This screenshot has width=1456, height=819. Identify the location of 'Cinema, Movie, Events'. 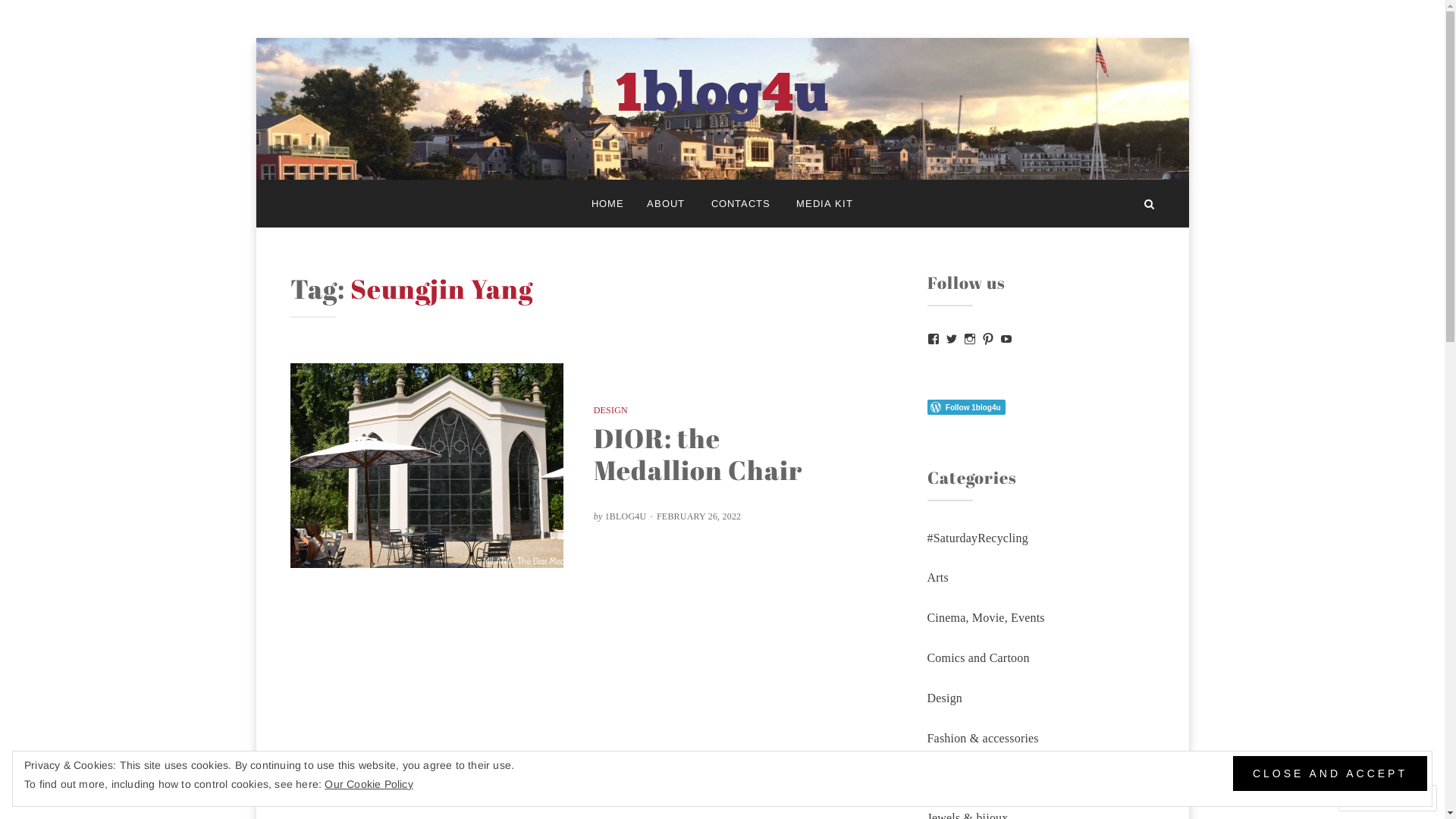
(926, 617).